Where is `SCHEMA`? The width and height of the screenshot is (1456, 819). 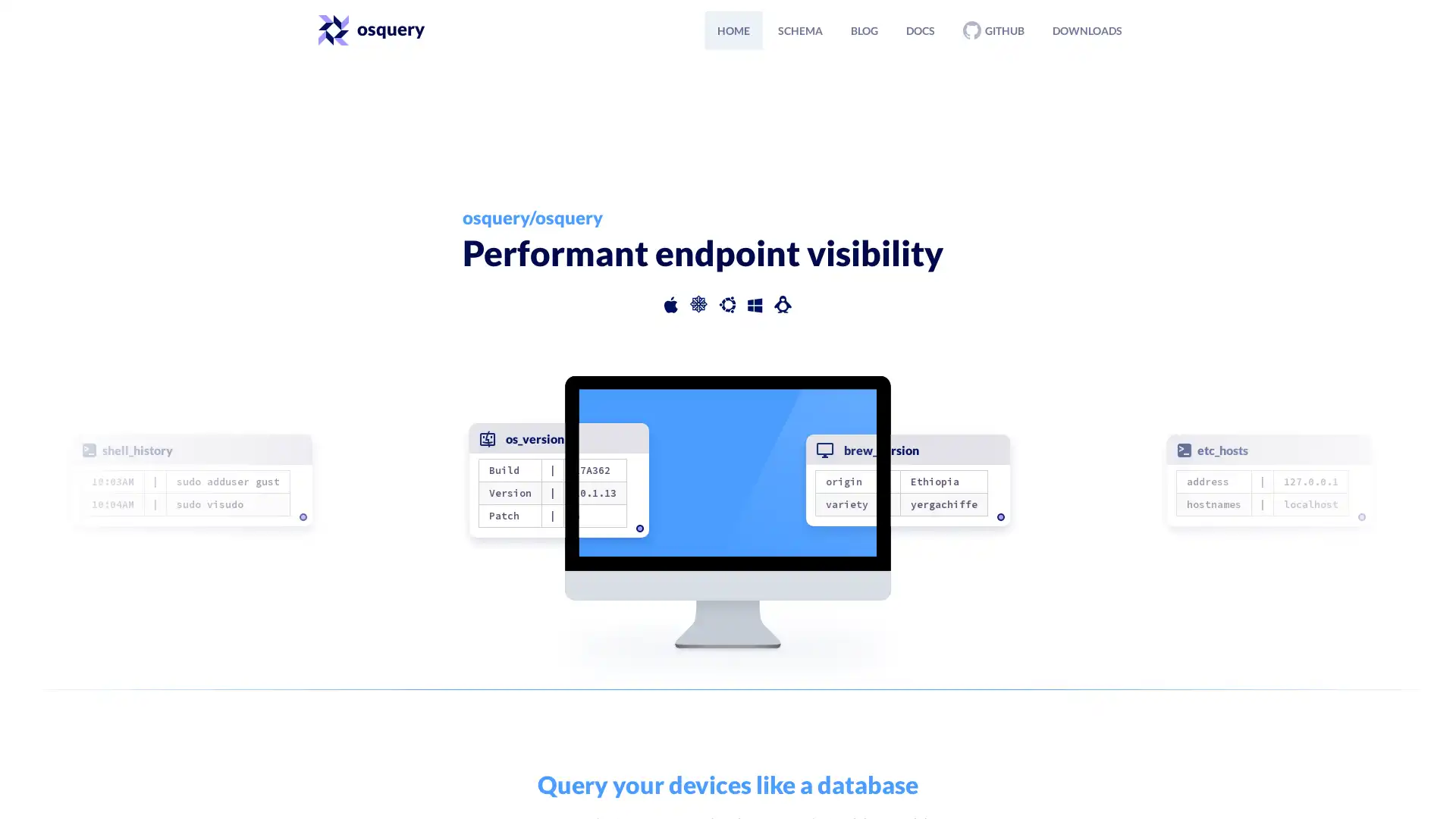
SCHEMA is located at coordinates (799, 30).